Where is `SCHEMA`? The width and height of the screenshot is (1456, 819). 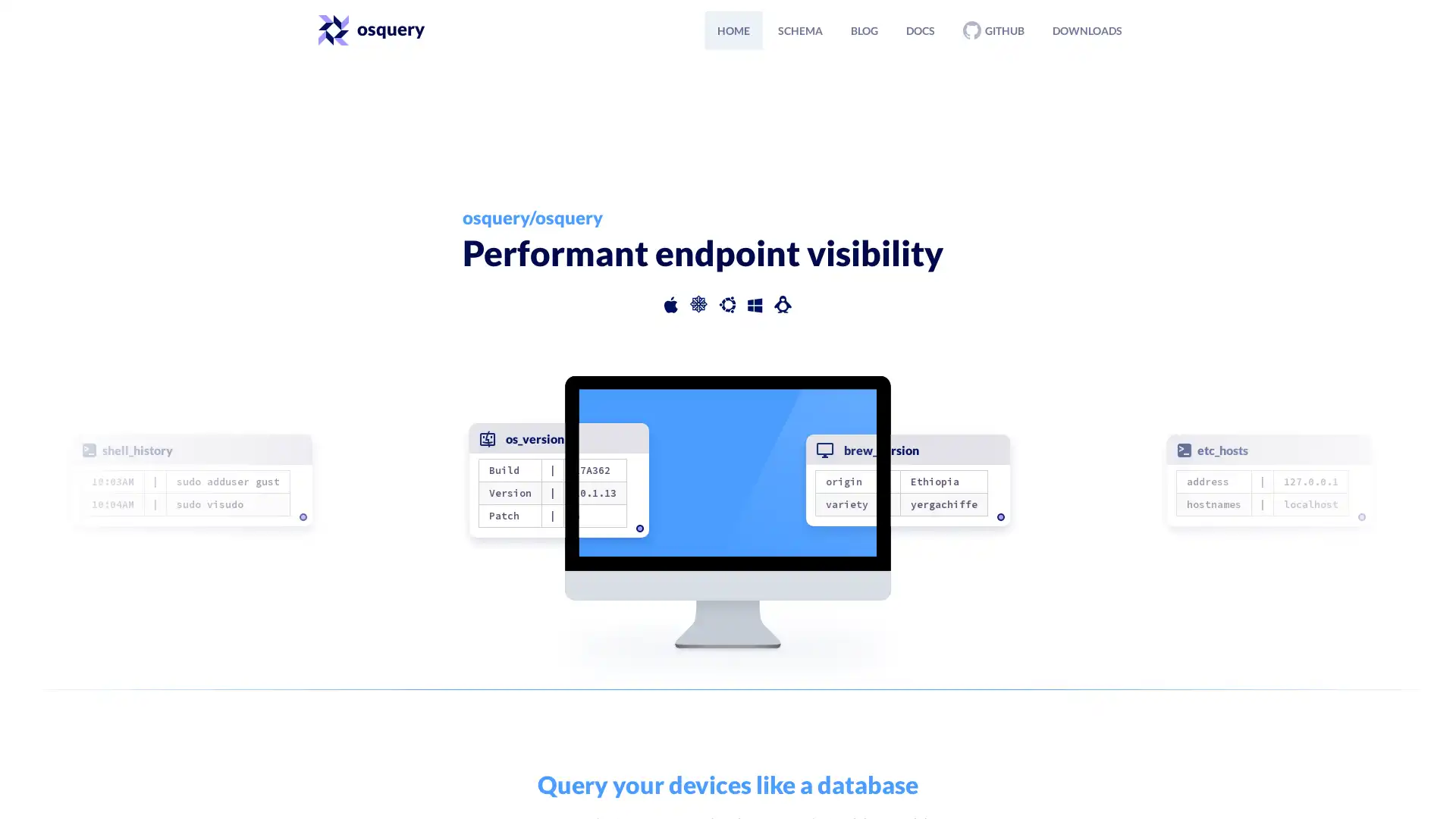
SCHEMA is located at coordinates (799, 30).